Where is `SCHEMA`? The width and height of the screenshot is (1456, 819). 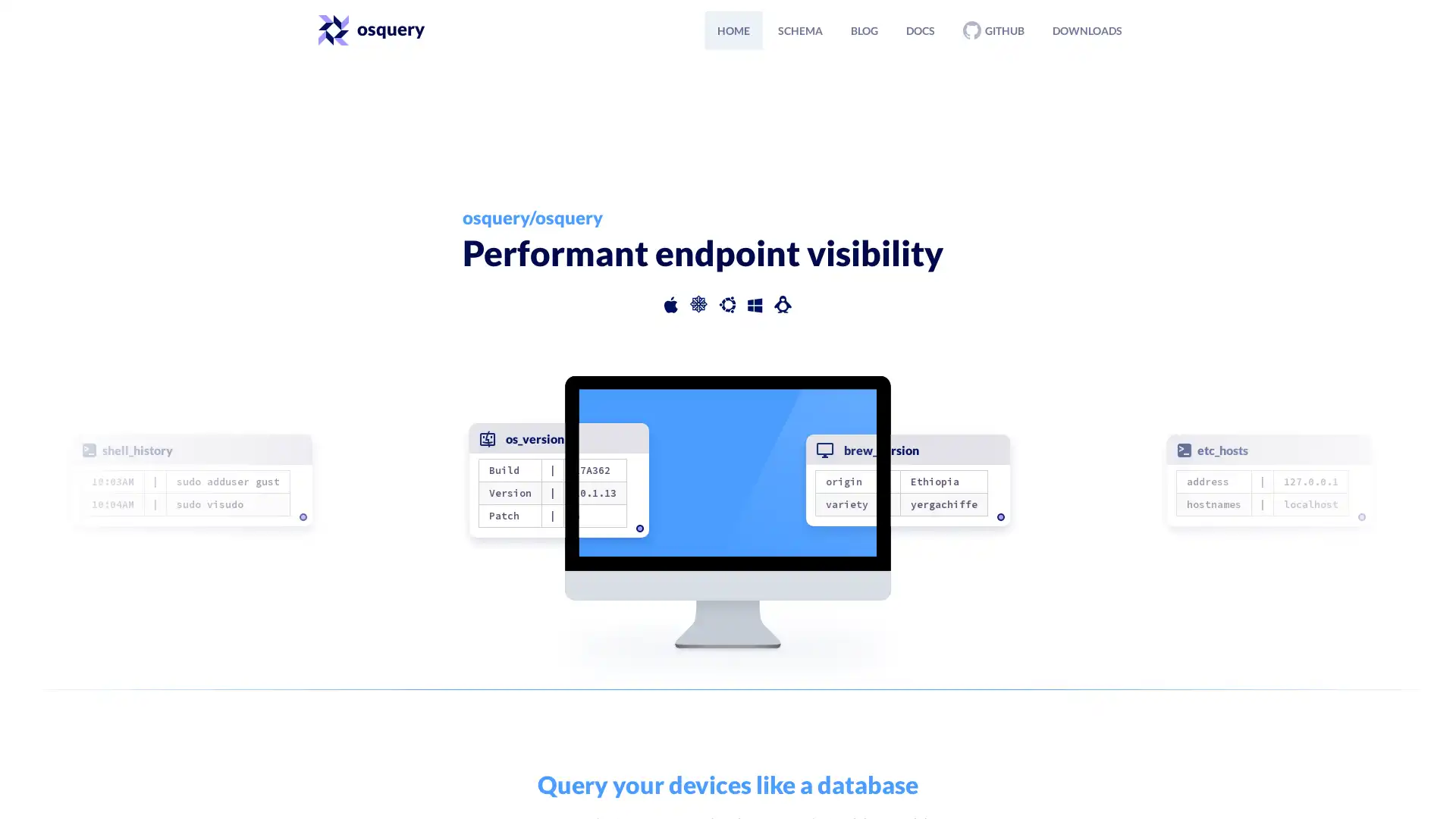
SCHEMA is located at coordinates (799, 30).